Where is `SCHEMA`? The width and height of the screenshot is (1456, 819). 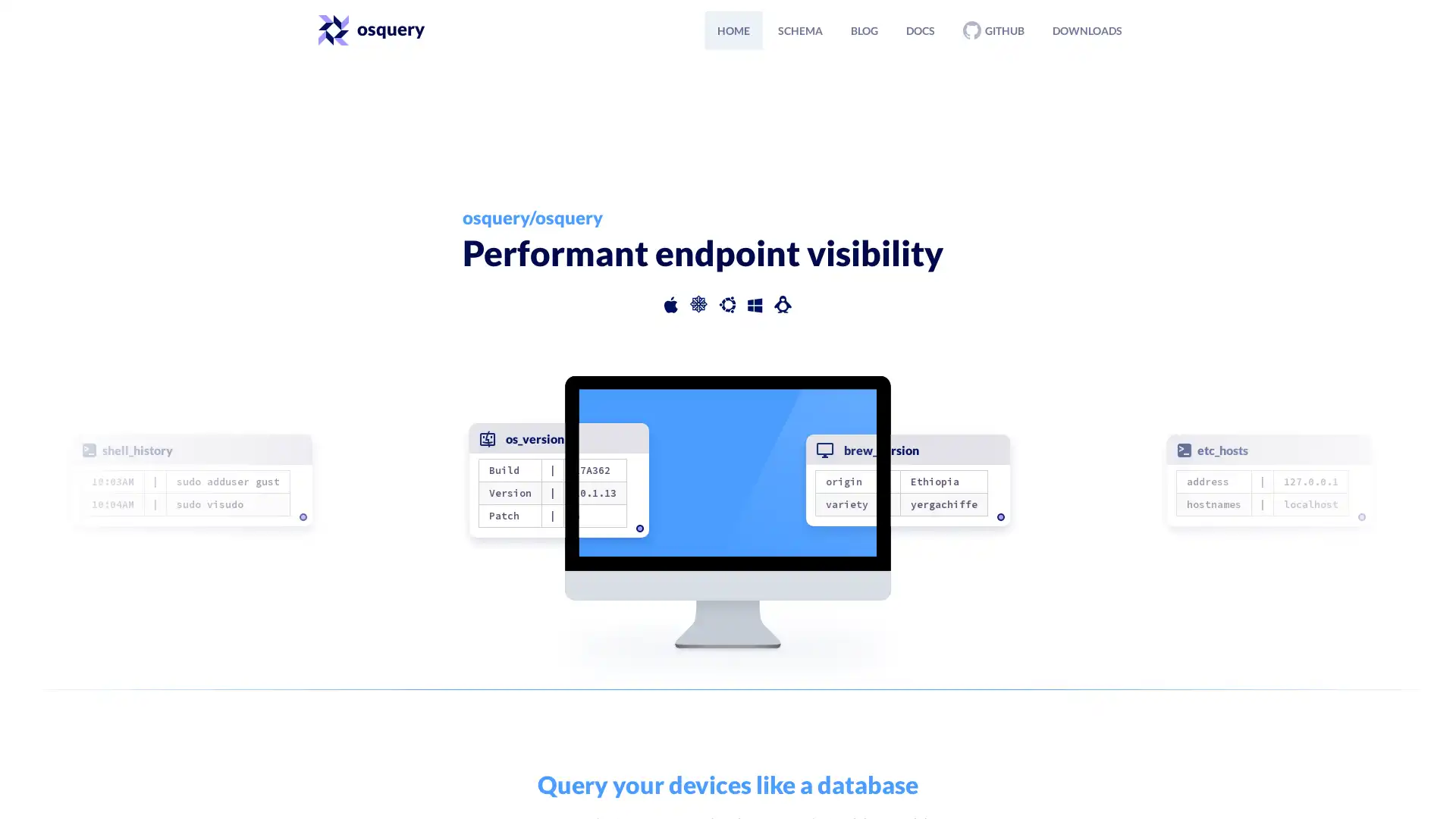
SCHEMA is located at coordinates (799, 30).